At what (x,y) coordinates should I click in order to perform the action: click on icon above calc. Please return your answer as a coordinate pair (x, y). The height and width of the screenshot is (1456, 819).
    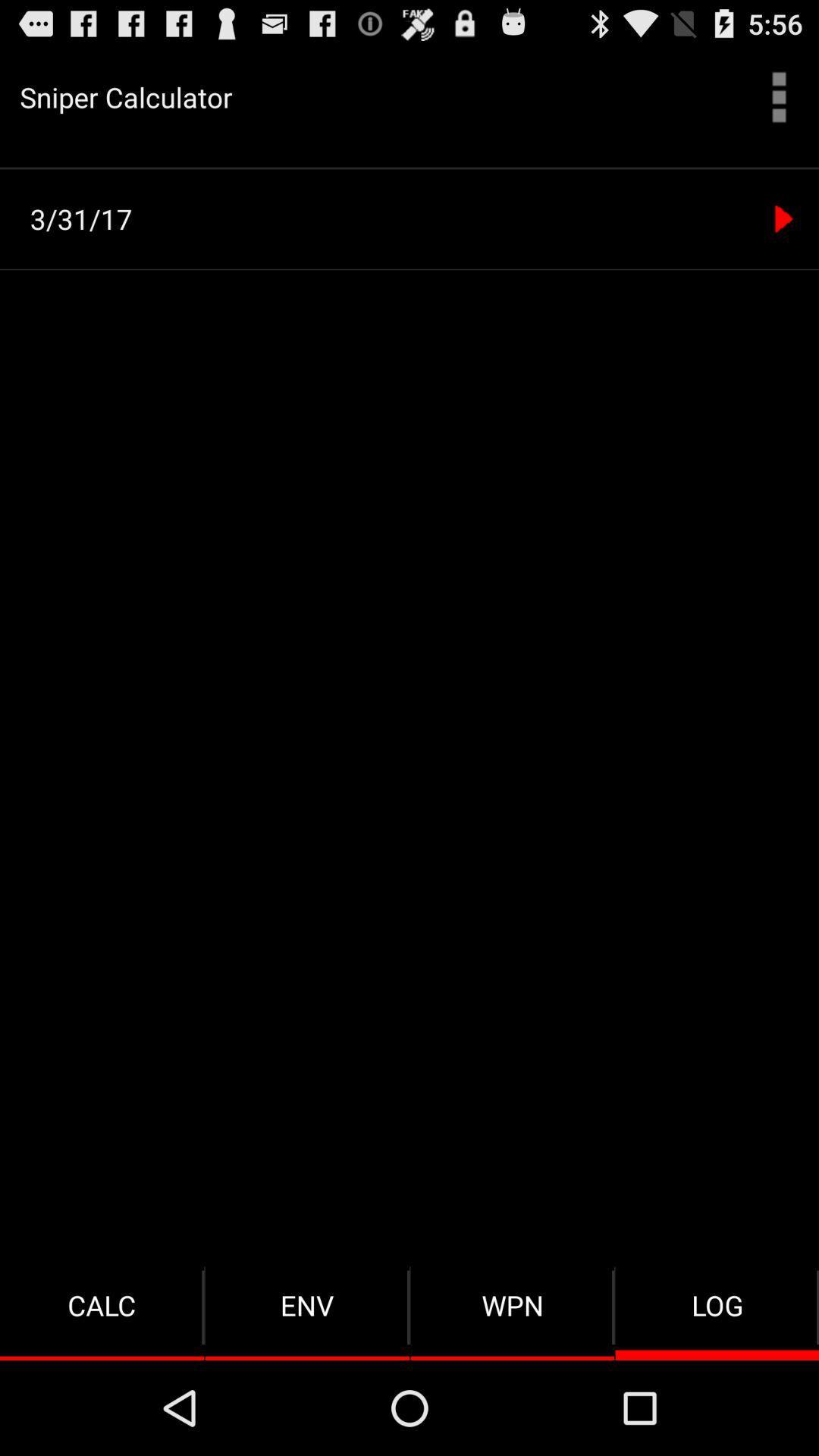
    Looking at the image, I should click on (414, 218).